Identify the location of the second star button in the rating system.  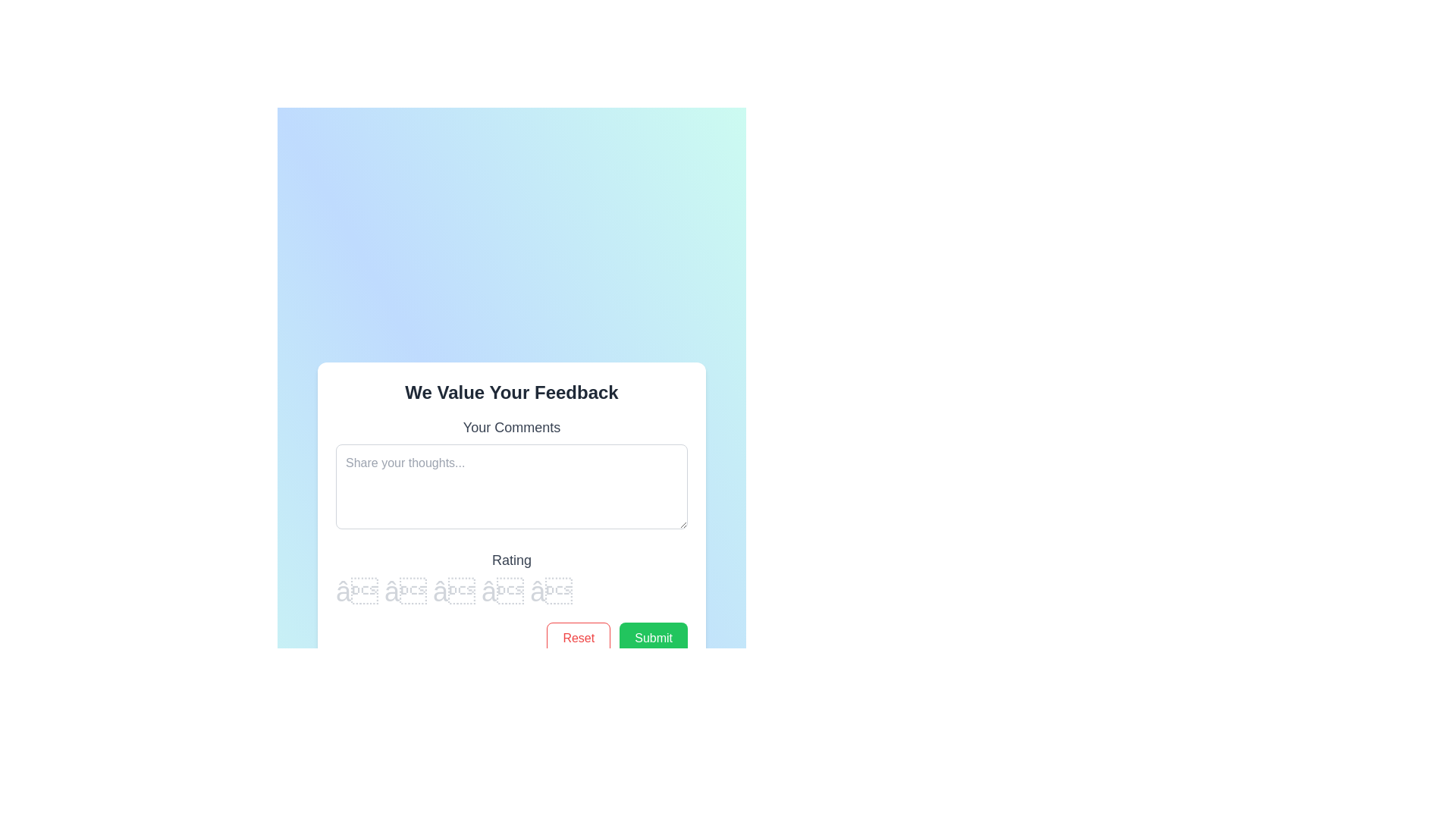
(406, 591).